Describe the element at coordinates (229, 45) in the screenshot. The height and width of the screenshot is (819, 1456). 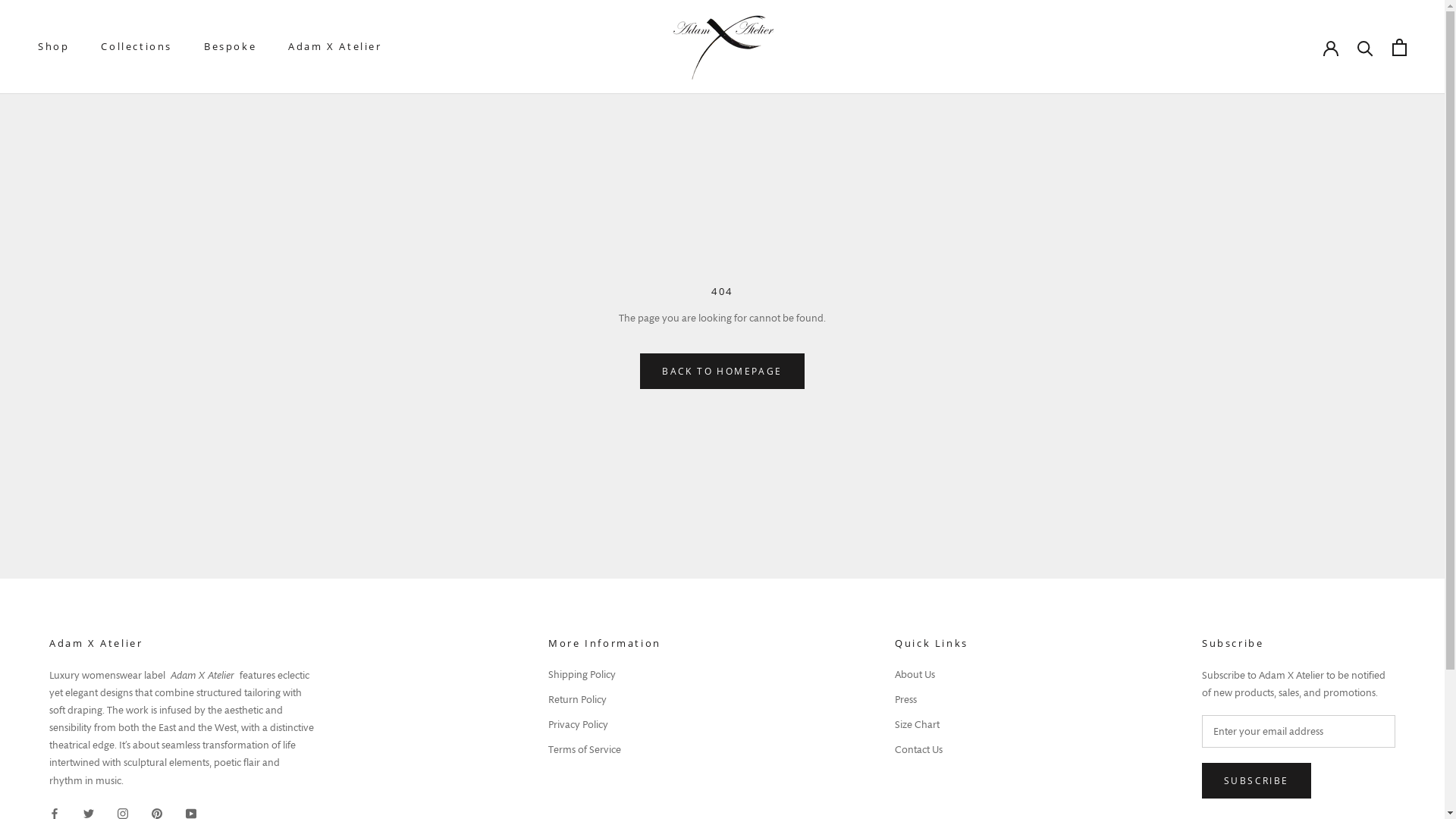
I see `'Bespoke` at that location.